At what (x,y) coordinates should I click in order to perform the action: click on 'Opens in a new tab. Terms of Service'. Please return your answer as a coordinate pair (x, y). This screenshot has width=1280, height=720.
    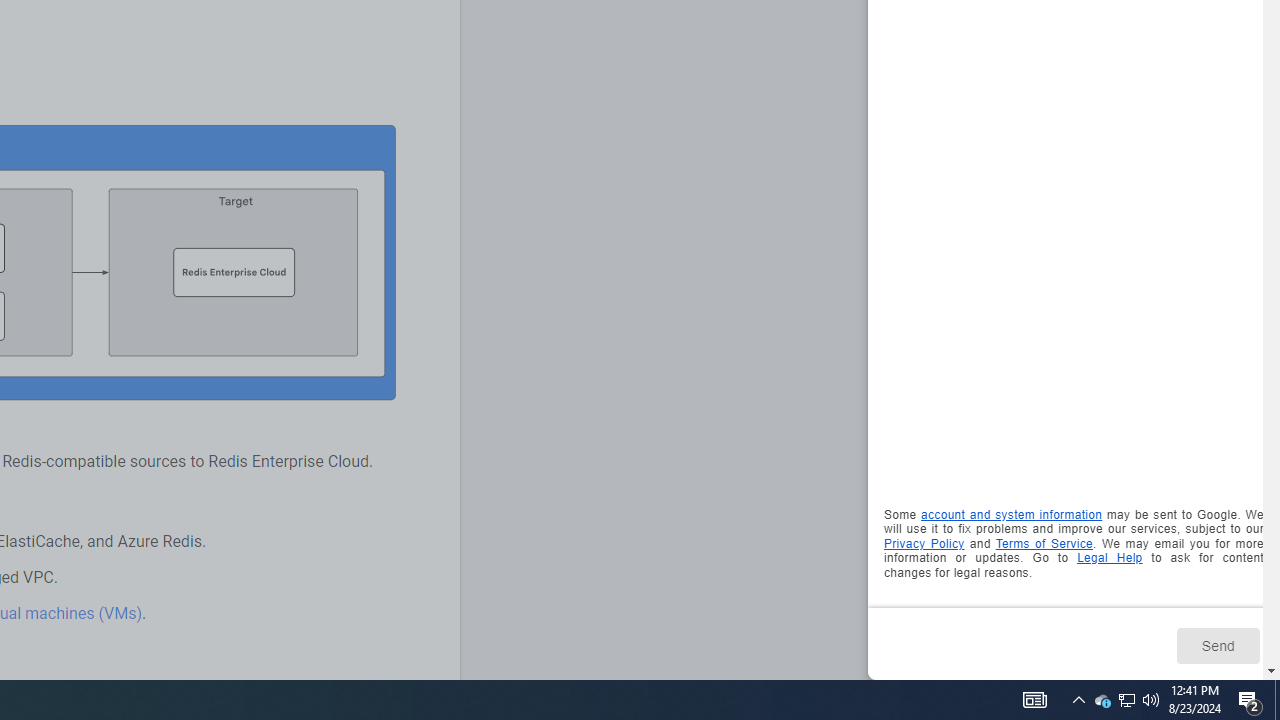
    Looking at the image, I should click on (1043, 543).